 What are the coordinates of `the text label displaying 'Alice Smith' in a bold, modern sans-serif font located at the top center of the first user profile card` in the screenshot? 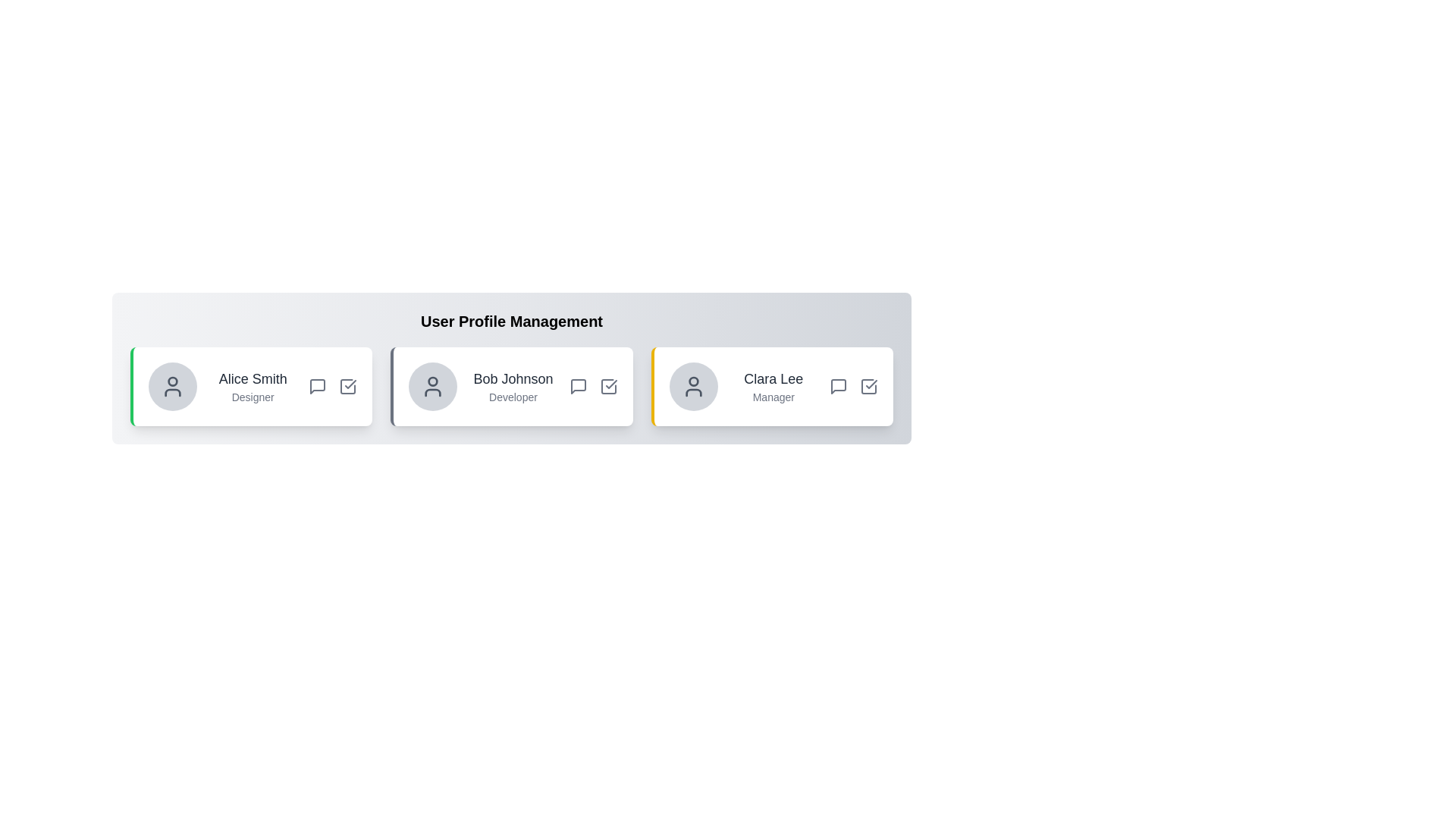 It's located at (253, 378).